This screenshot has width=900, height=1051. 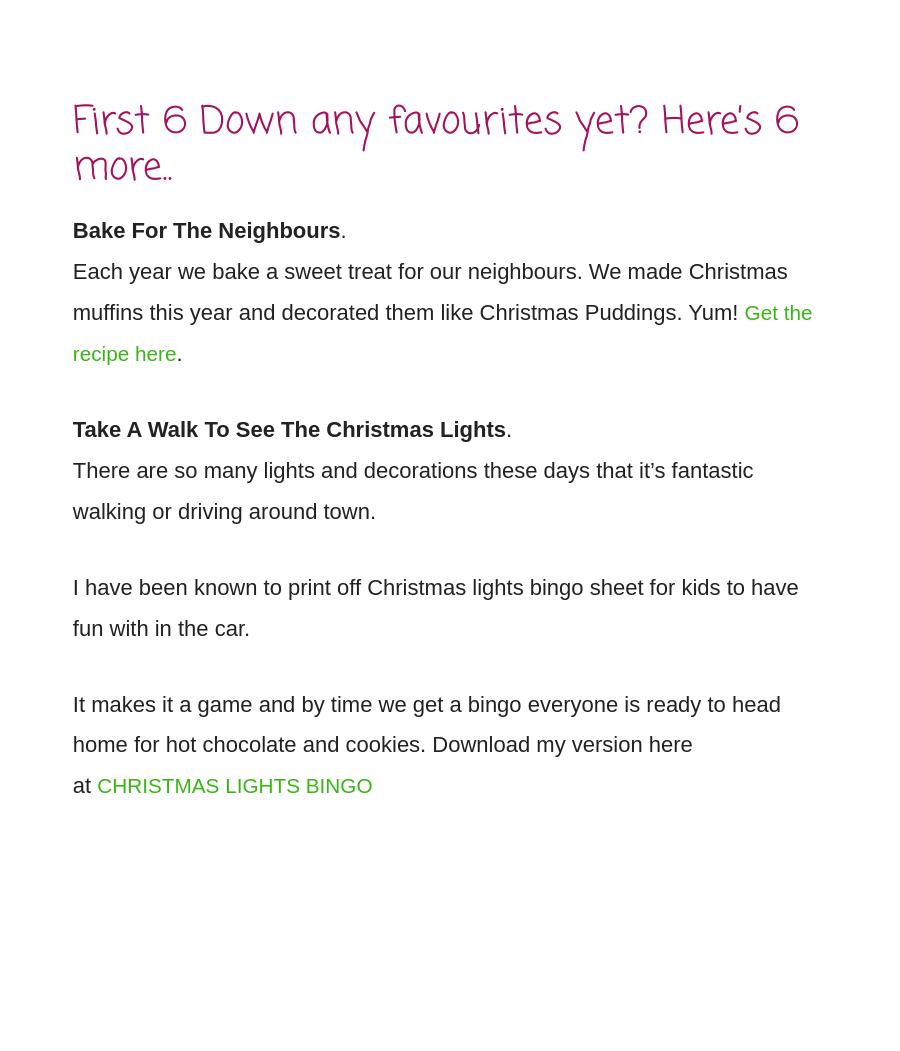 I want to click on 'It makes it a game and by time we get a bingo everyone is ready to head home for hot chocolate and cookies. Download my version here at', so click(x=425, y=732).